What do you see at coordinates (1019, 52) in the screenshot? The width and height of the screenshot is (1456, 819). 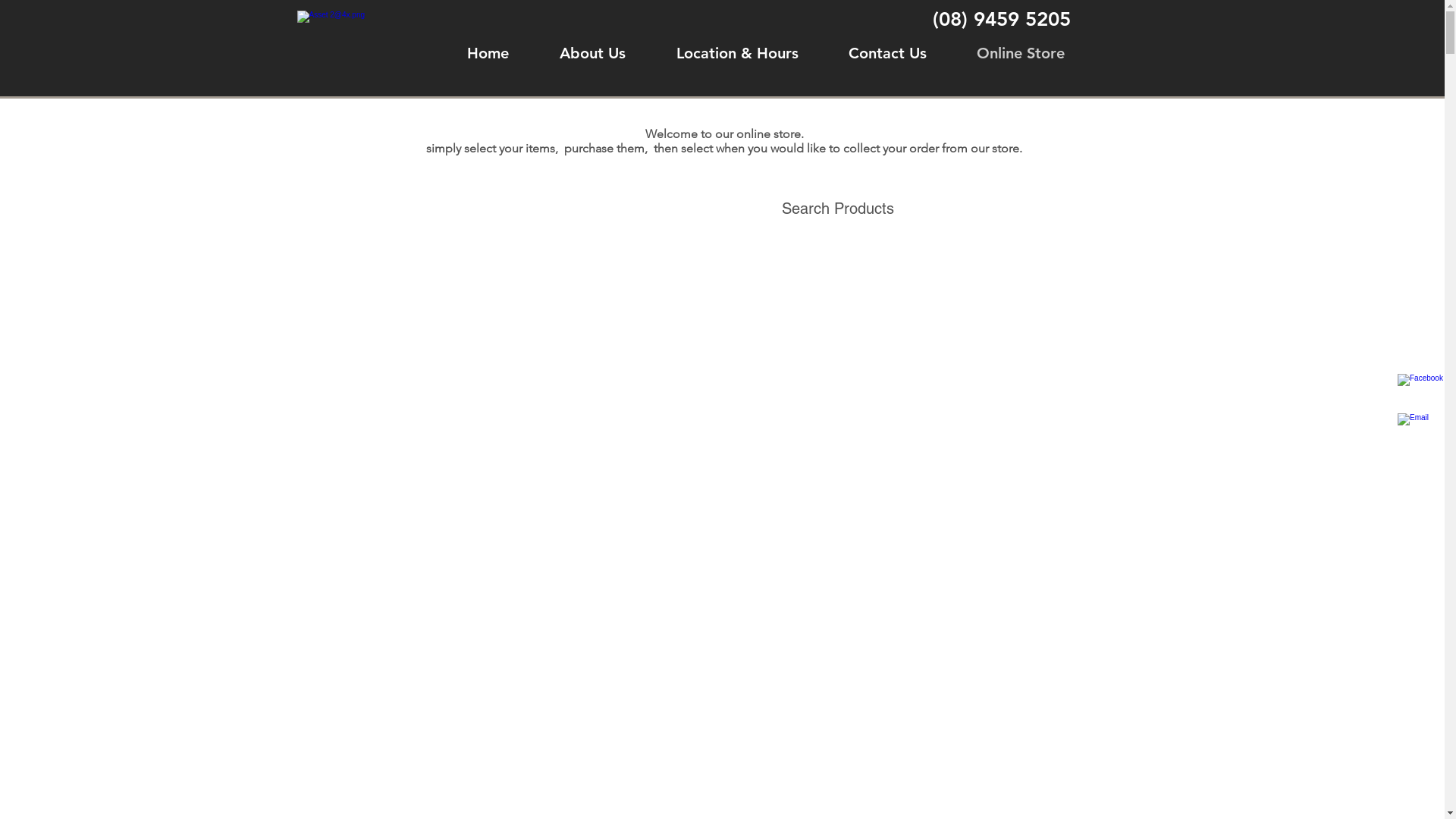 I see `'Online Store'` at bounding box center [1019, 52].